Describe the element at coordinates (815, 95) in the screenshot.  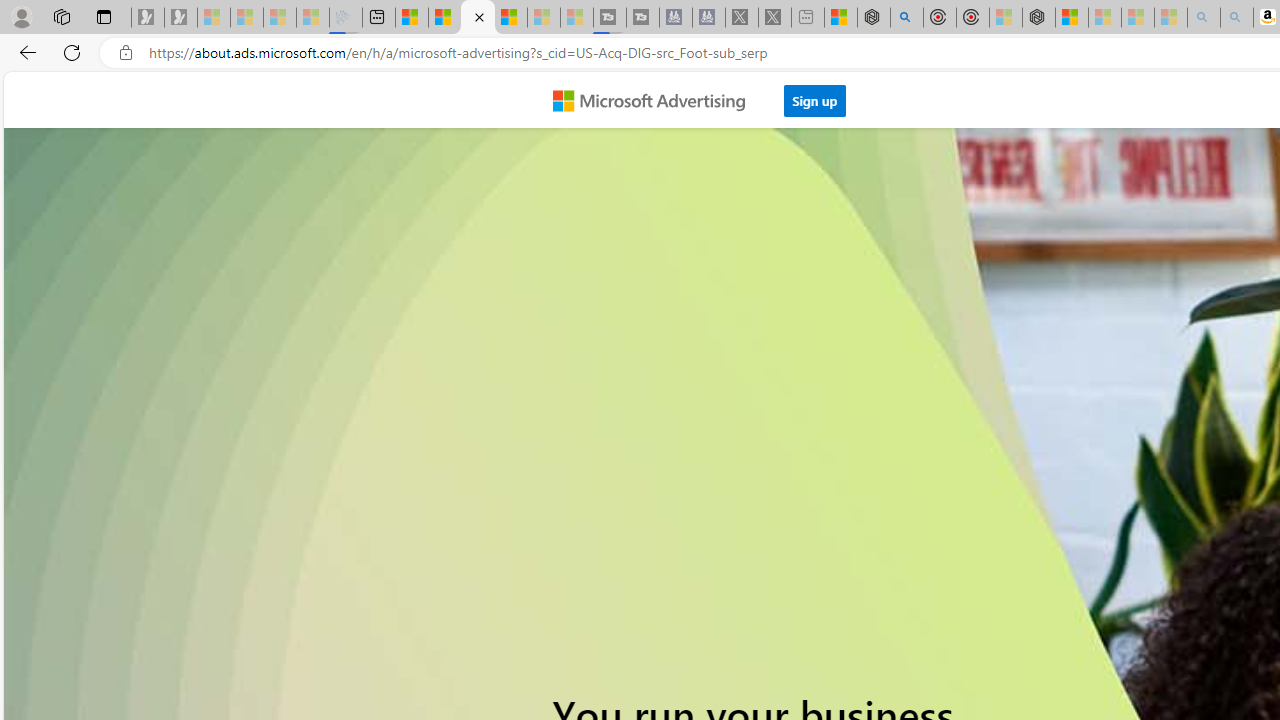
I see `'Sign up'` at that location.